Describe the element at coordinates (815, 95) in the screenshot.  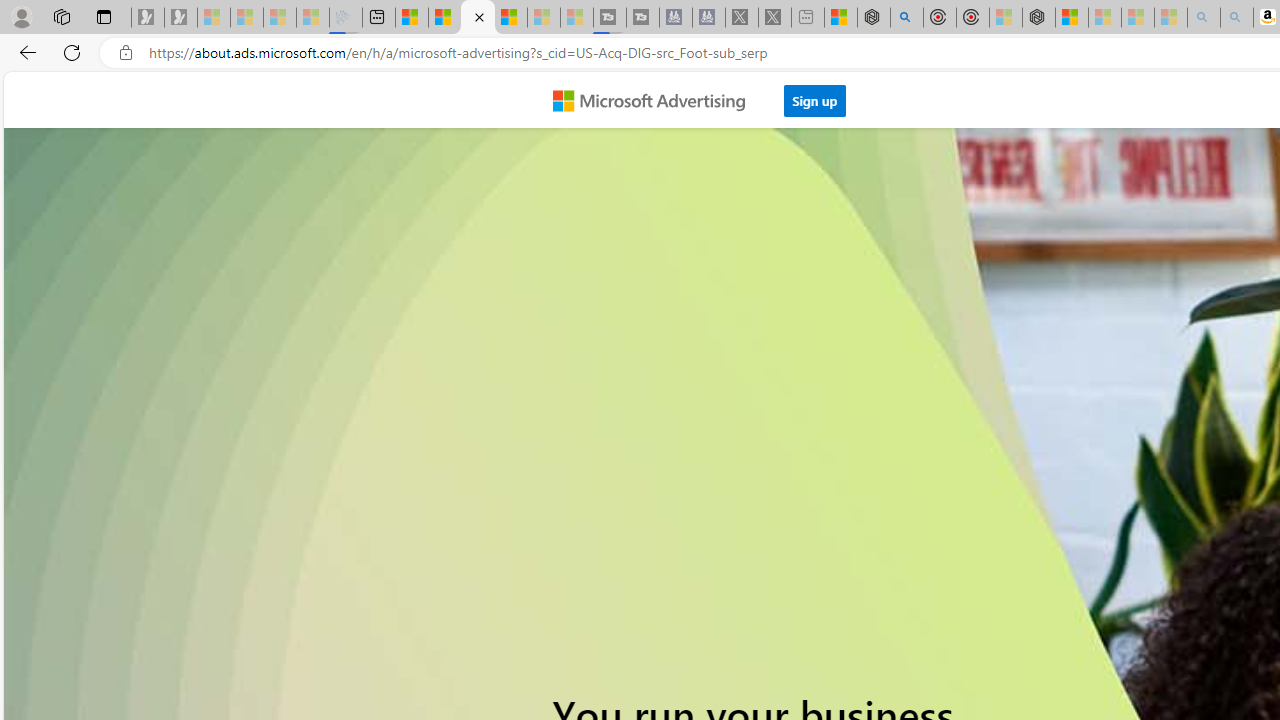
I see `'Sign up'` at that location.